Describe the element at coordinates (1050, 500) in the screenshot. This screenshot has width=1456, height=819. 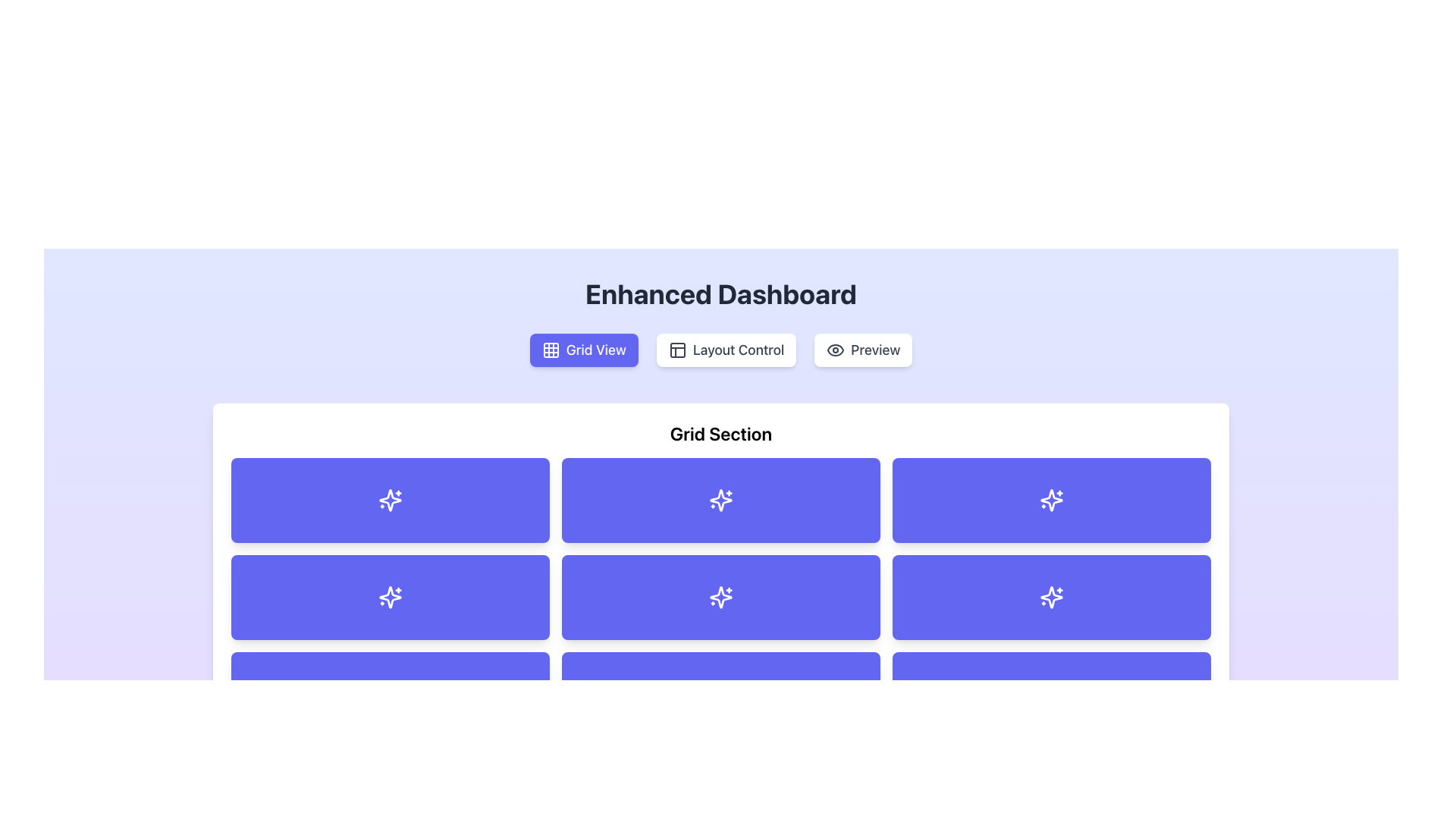
I see `the decorative or functional icon located in the second row and third column of the grid layout` at that location.